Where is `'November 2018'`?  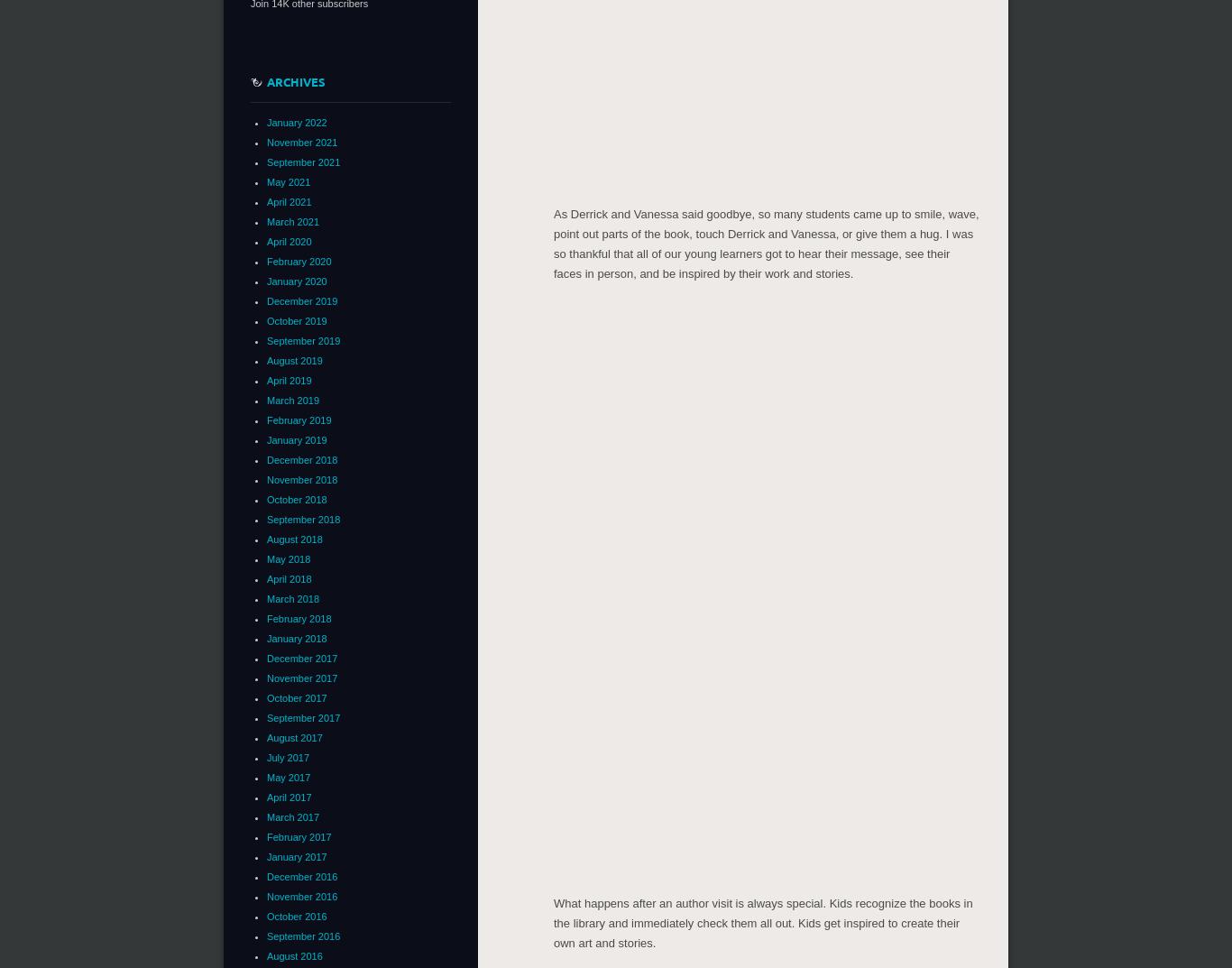
'November 2018' is located at coordinates (301, 478).